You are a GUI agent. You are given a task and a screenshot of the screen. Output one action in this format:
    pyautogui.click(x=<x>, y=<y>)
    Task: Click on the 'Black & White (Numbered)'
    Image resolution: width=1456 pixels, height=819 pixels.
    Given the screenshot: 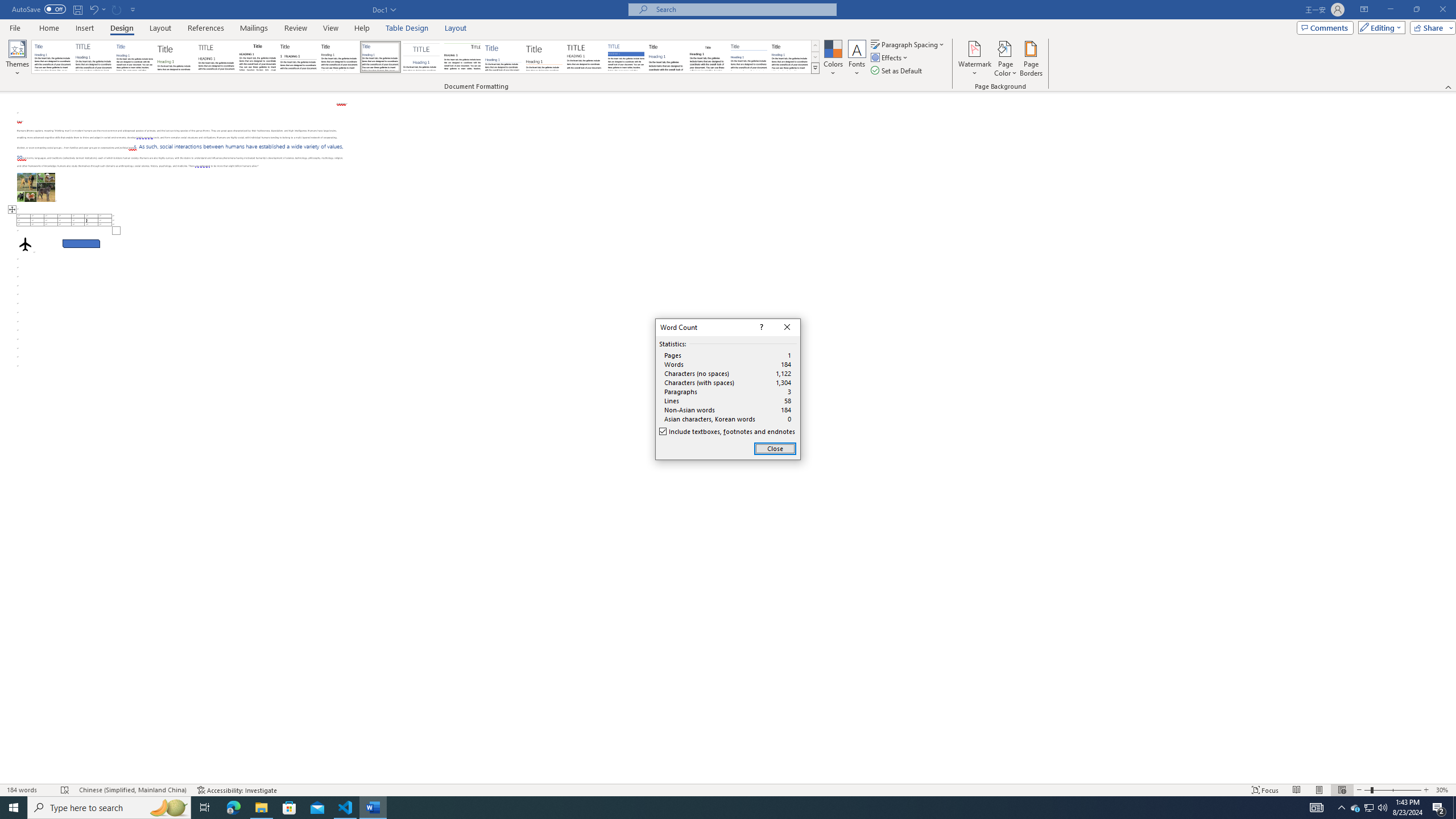 What is the action you would take?
    pyautogui.click(x=297, y=56)
    